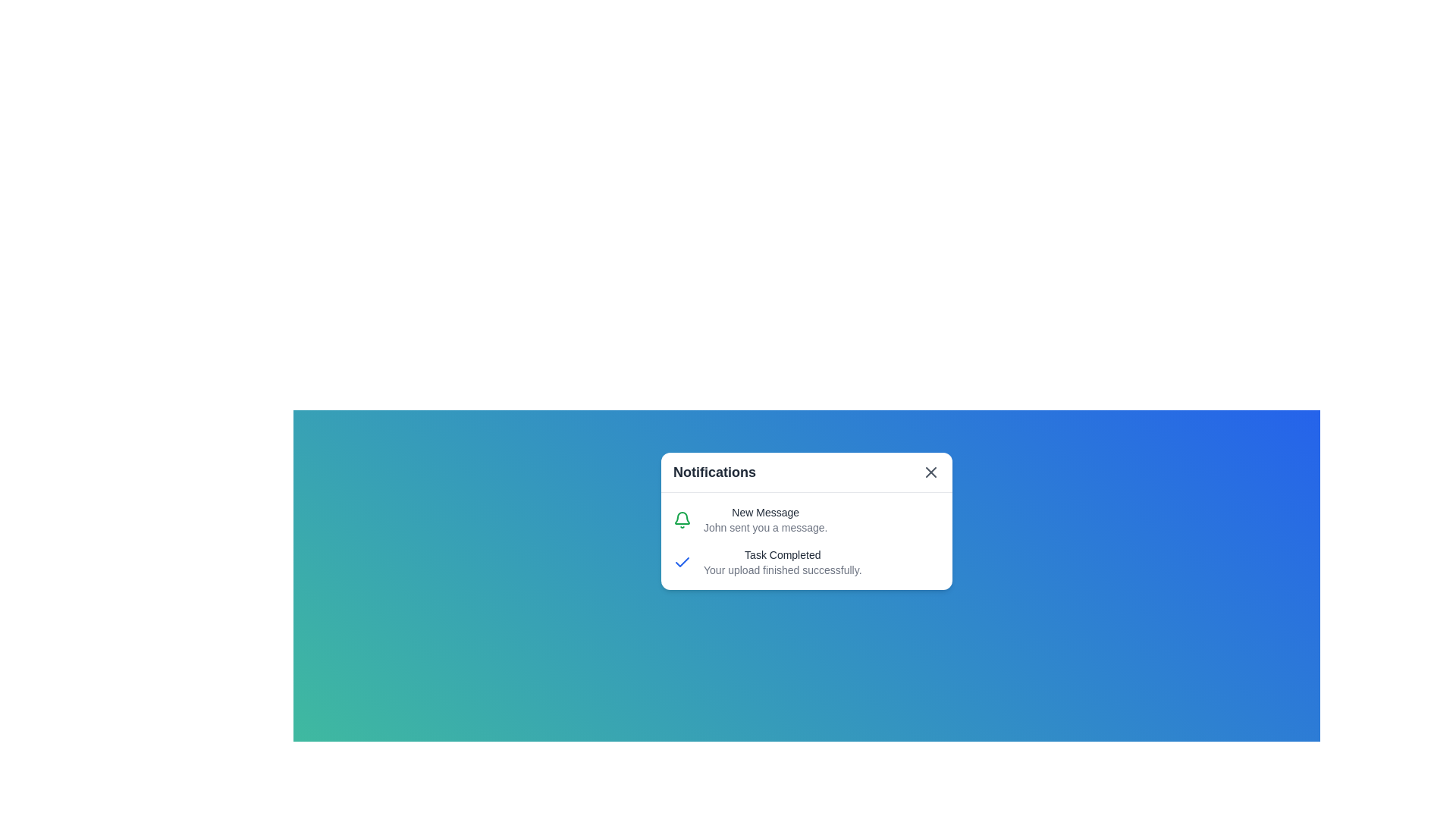  Describe the element at coordinates (806, 519) in the screenshot. I see `notification details from the first notification item in the notification card that informs about a new message sent by 'John.'` at that location.